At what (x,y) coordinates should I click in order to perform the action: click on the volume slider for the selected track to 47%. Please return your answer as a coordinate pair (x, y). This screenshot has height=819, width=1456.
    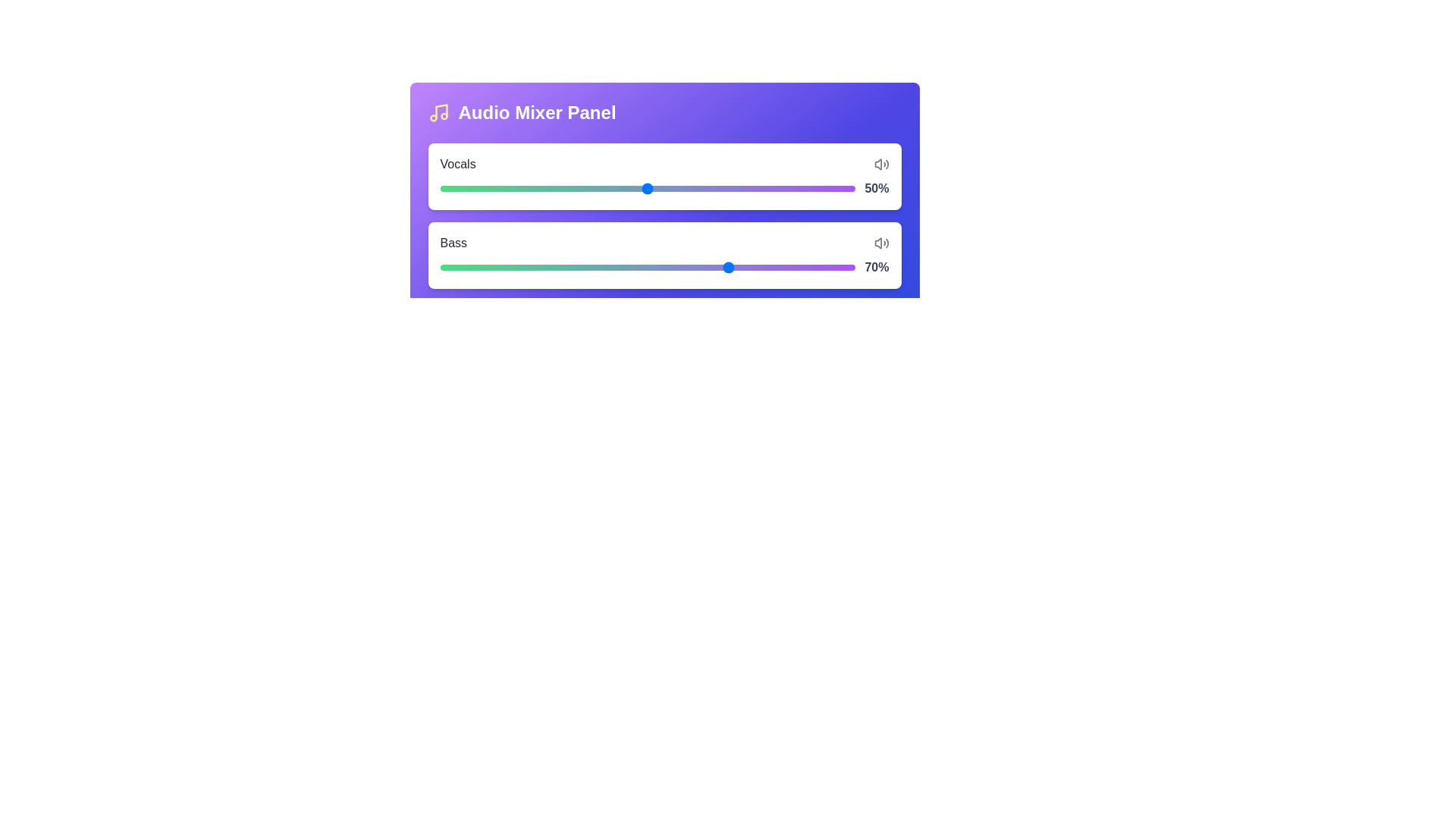
    Looking at the image, I should click on (635, 185).